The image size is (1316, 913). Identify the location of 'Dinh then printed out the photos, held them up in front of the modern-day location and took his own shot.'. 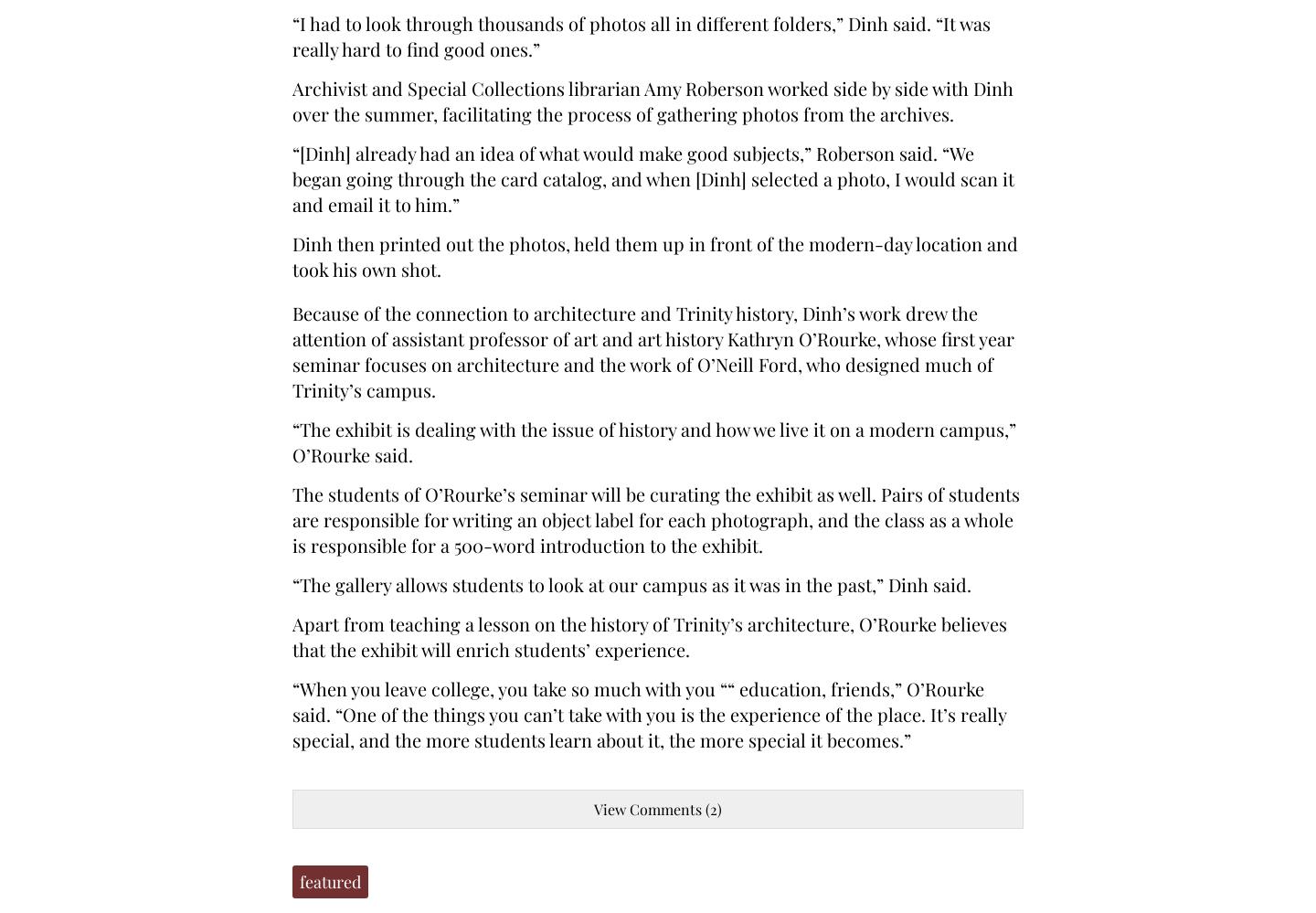
(654, 255).